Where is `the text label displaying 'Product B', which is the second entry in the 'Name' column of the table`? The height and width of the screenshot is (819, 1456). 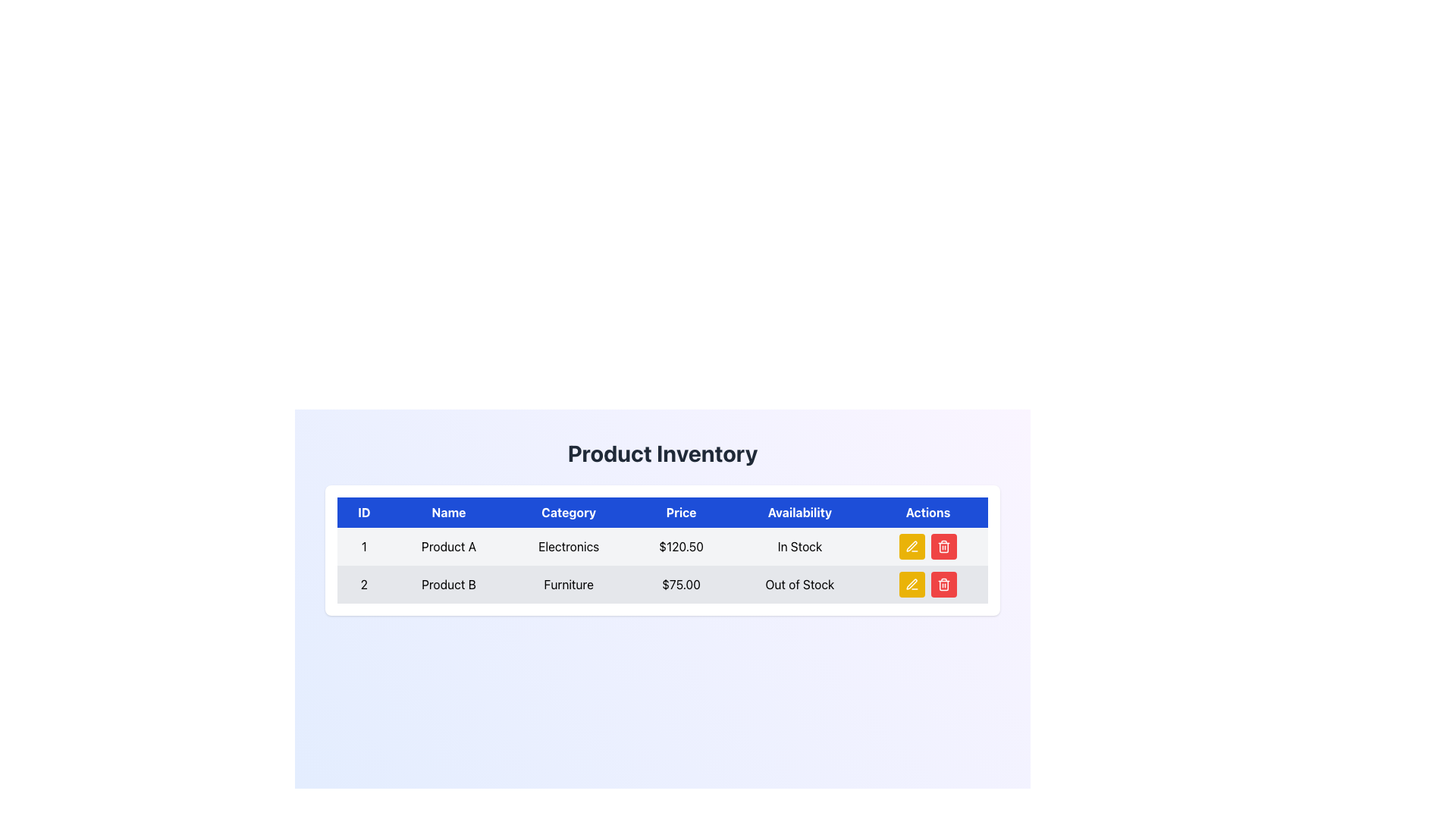 the text label displaying 'Product B', which is the second entry in the 'Name' column of the table is located at coordinates (447, 584).